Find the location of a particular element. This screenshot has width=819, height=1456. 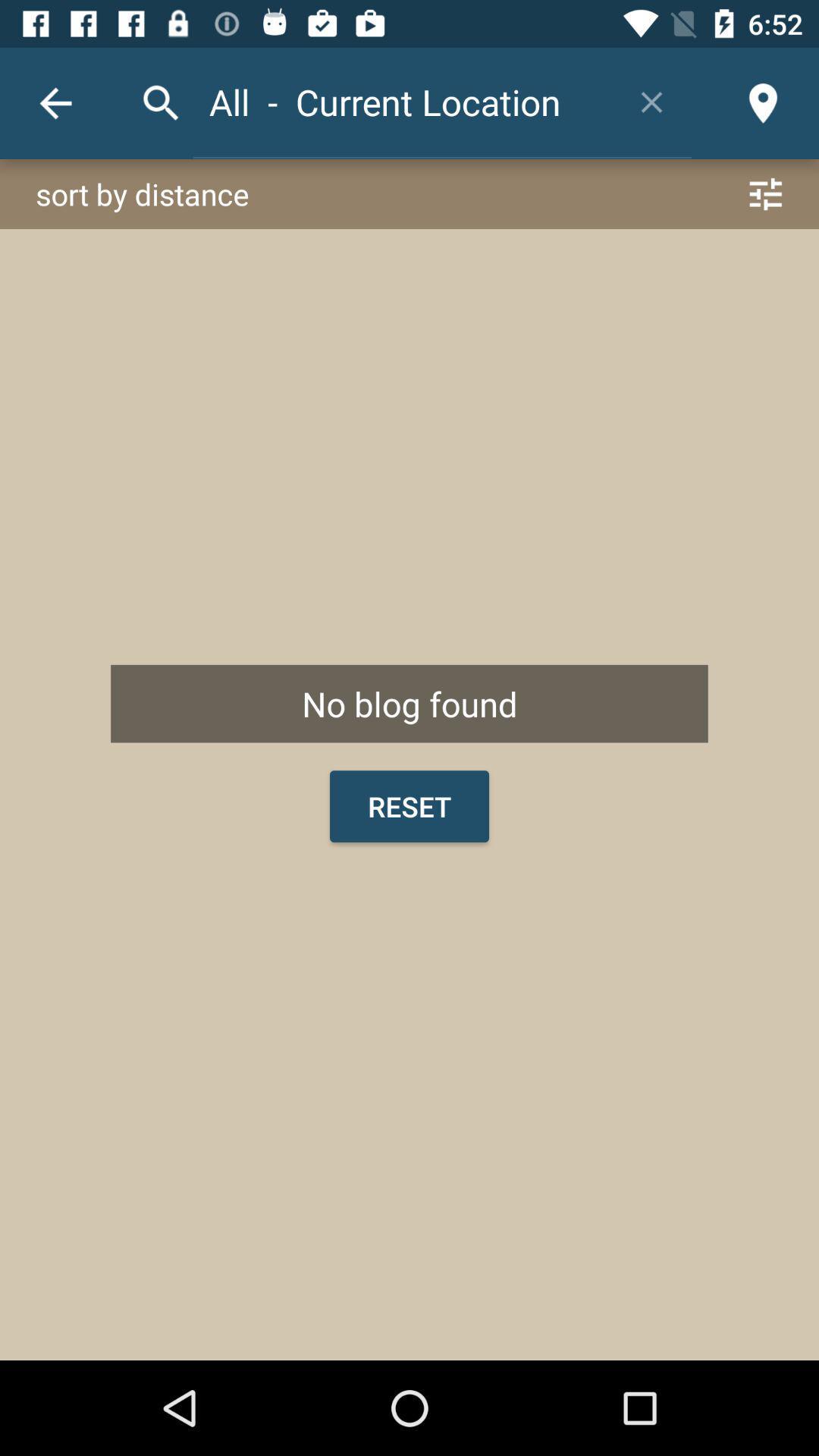

icon to the right of all  -  current location is located at coordinates (651, 101).